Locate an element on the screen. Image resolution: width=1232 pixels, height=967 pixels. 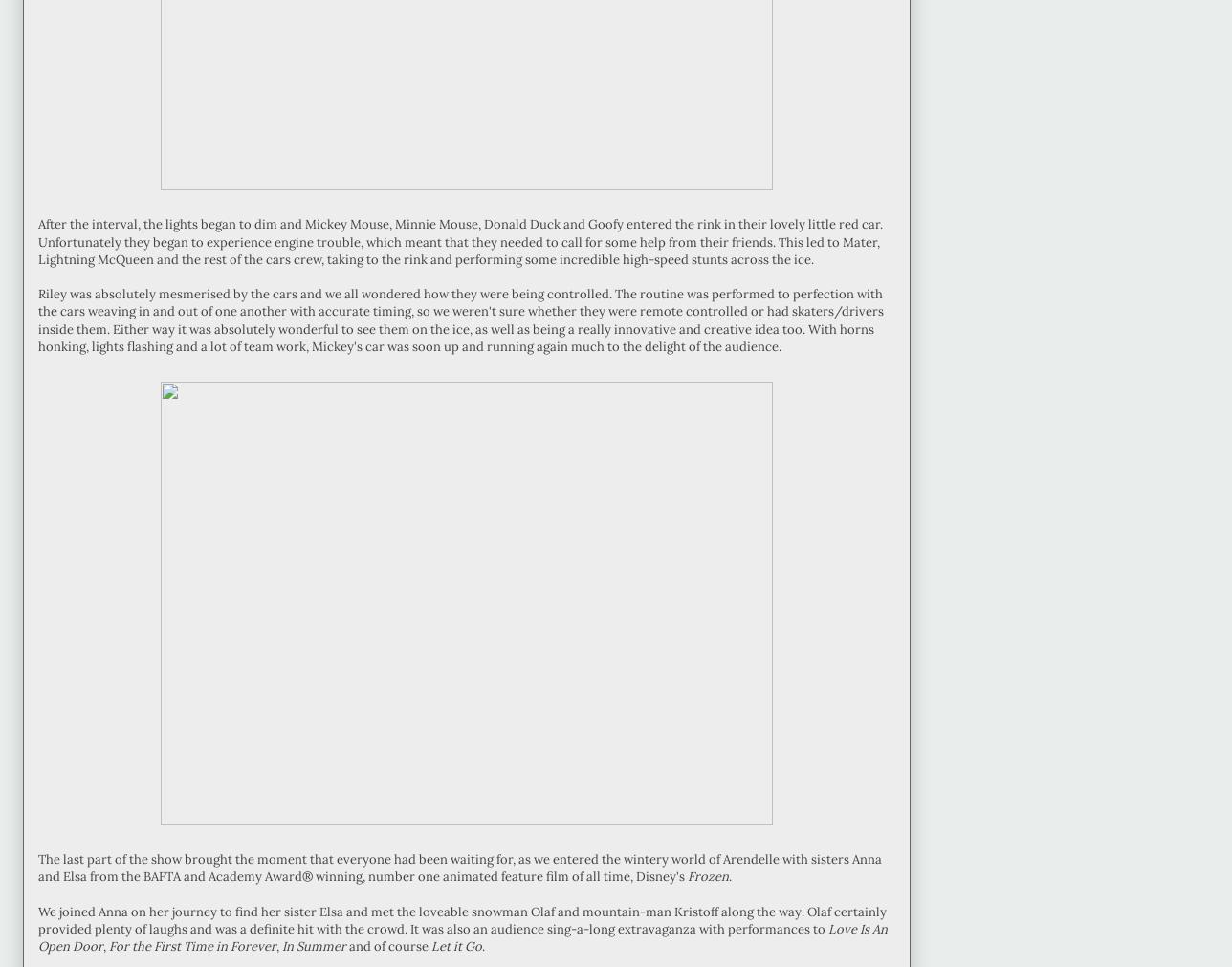
'We joined Anna on her journey to find her sister Elsa and met the loveable snowman Olaf and mountain-man Kristoff along the way. Olaf certainly provided plenty of laughs and was a definite hit with the crowd. It was also an audience sing-a-long extravaganza with performances to' is located at coordinates (462, 919).